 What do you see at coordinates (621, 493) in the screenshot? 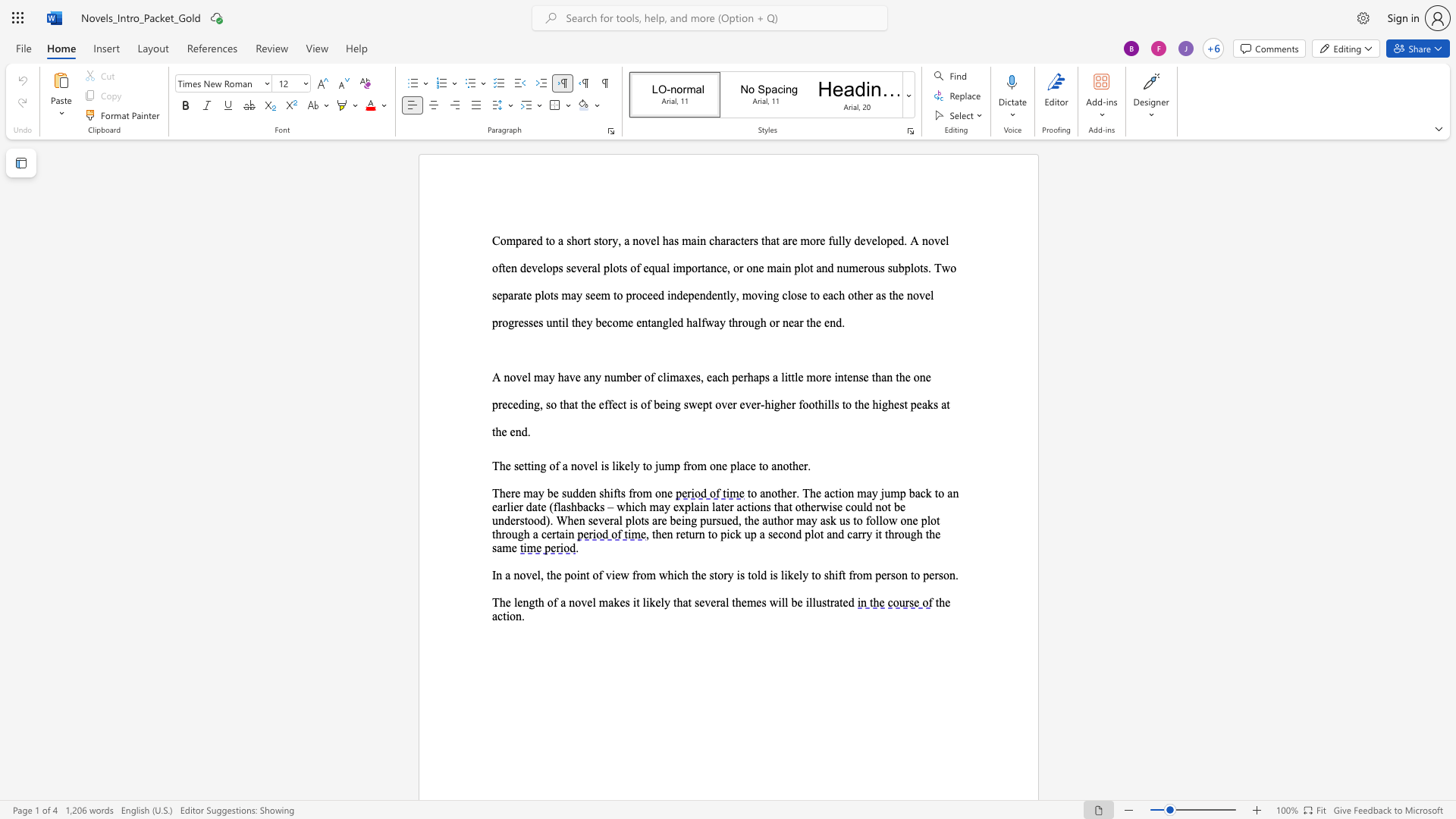
I see `the space between the continuous character "t" and "s" in the text` at bounding box center [621, 493].